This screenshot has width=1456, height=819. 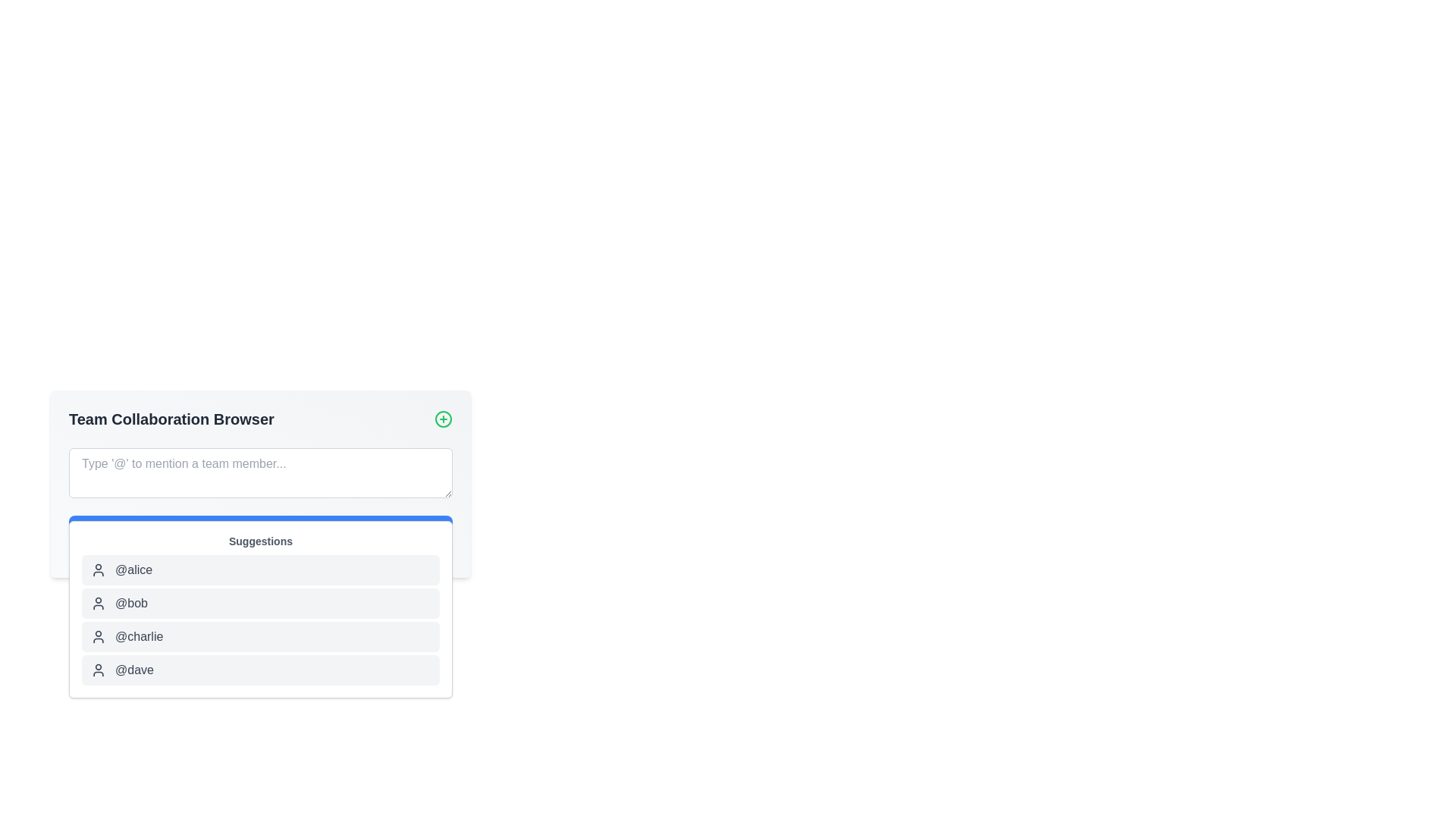 I want to click on the small upward-pointing chevron icon next to the 'Hide Suggestions' text, so click(x=225, y=547).